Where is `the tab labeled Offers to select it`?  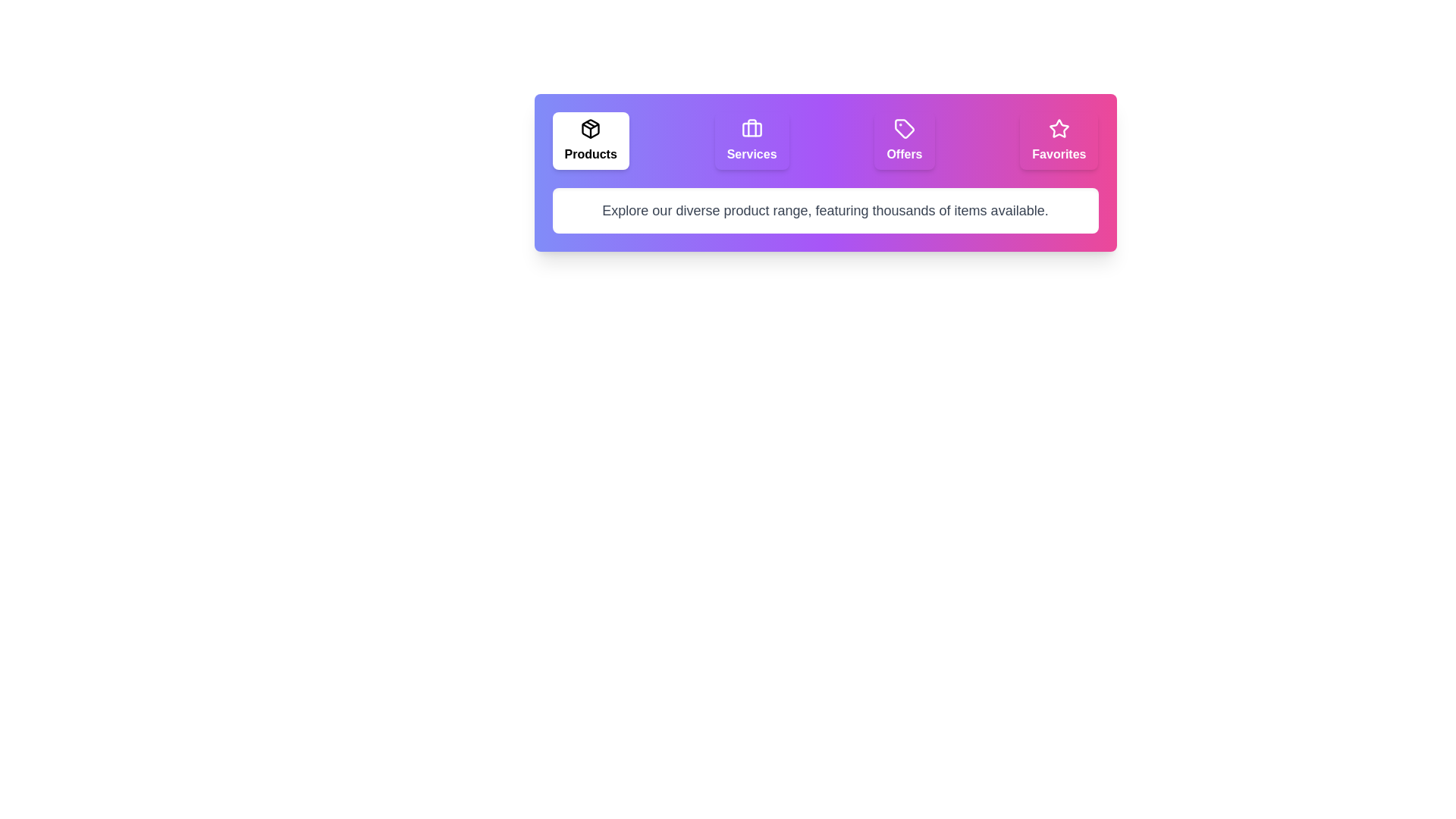
the tab labeled Offers to select it is located at coordinates (903, 140).